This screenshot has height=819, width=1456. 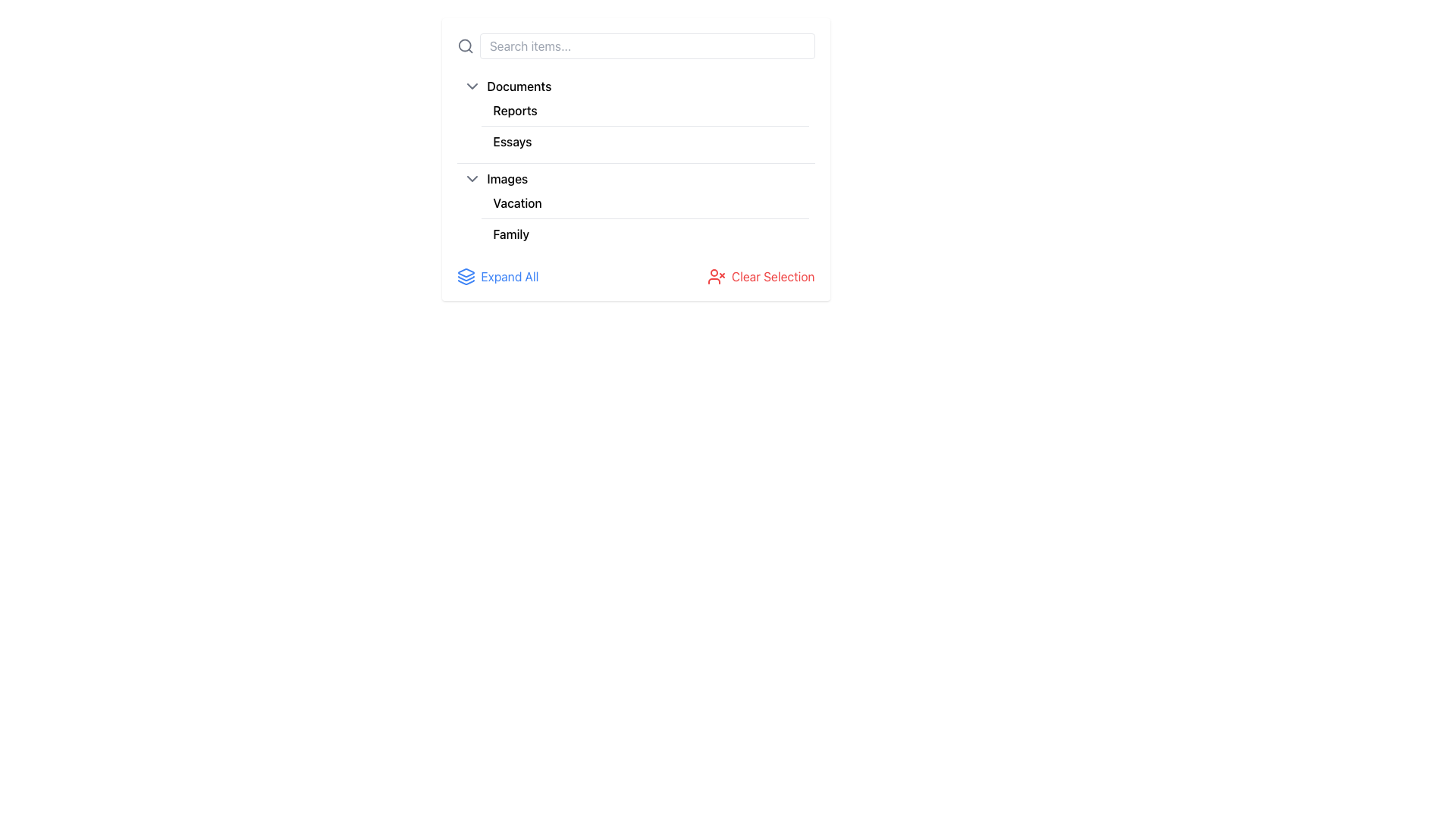 I want to click on the 'Expand All' button located at the bottom-left part of the panel containing a list of folders, so click(x=497, y=277).